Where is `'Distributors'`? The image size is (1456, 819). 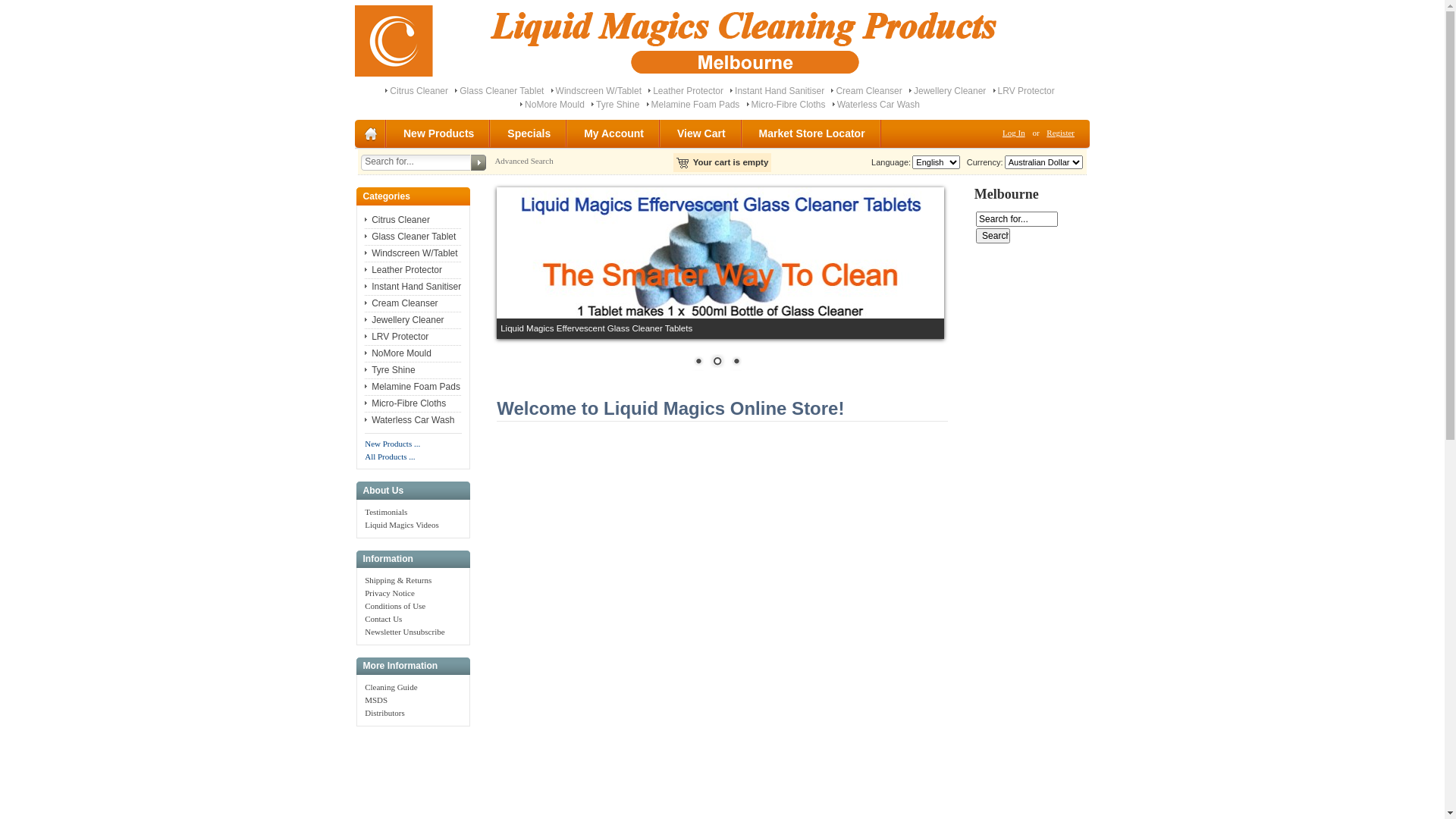
'Distributors' is located at coordinates (364, 713).